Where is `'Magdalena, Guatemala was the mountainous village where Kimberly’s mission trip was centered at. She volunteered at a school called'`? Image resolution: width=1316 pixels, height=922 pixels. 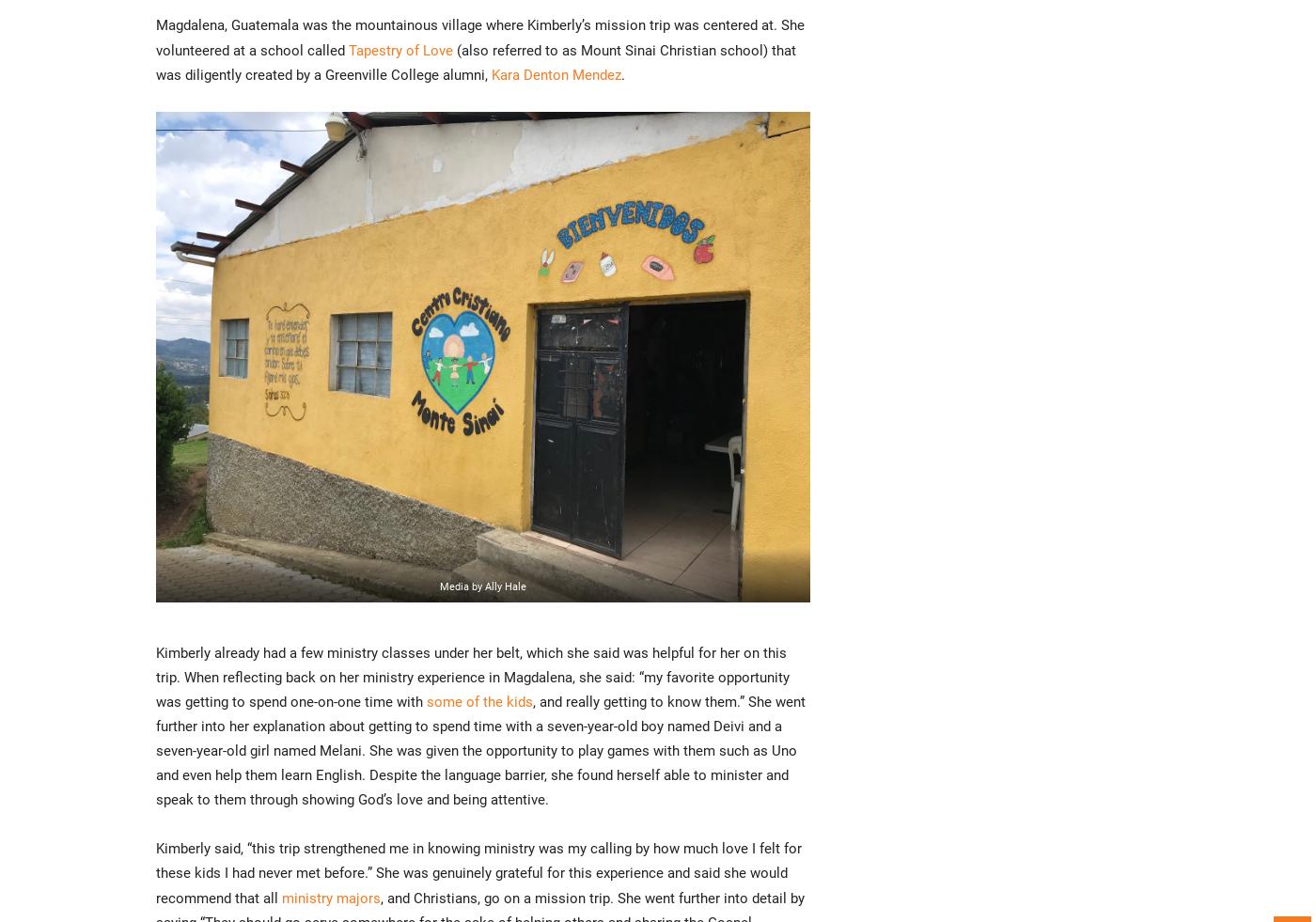
'Magdalena, Guatemala was the mountainous village where Kimberly’s mission trip was centered at. She volunteered at a school called' is located at coordinates (480, 37).